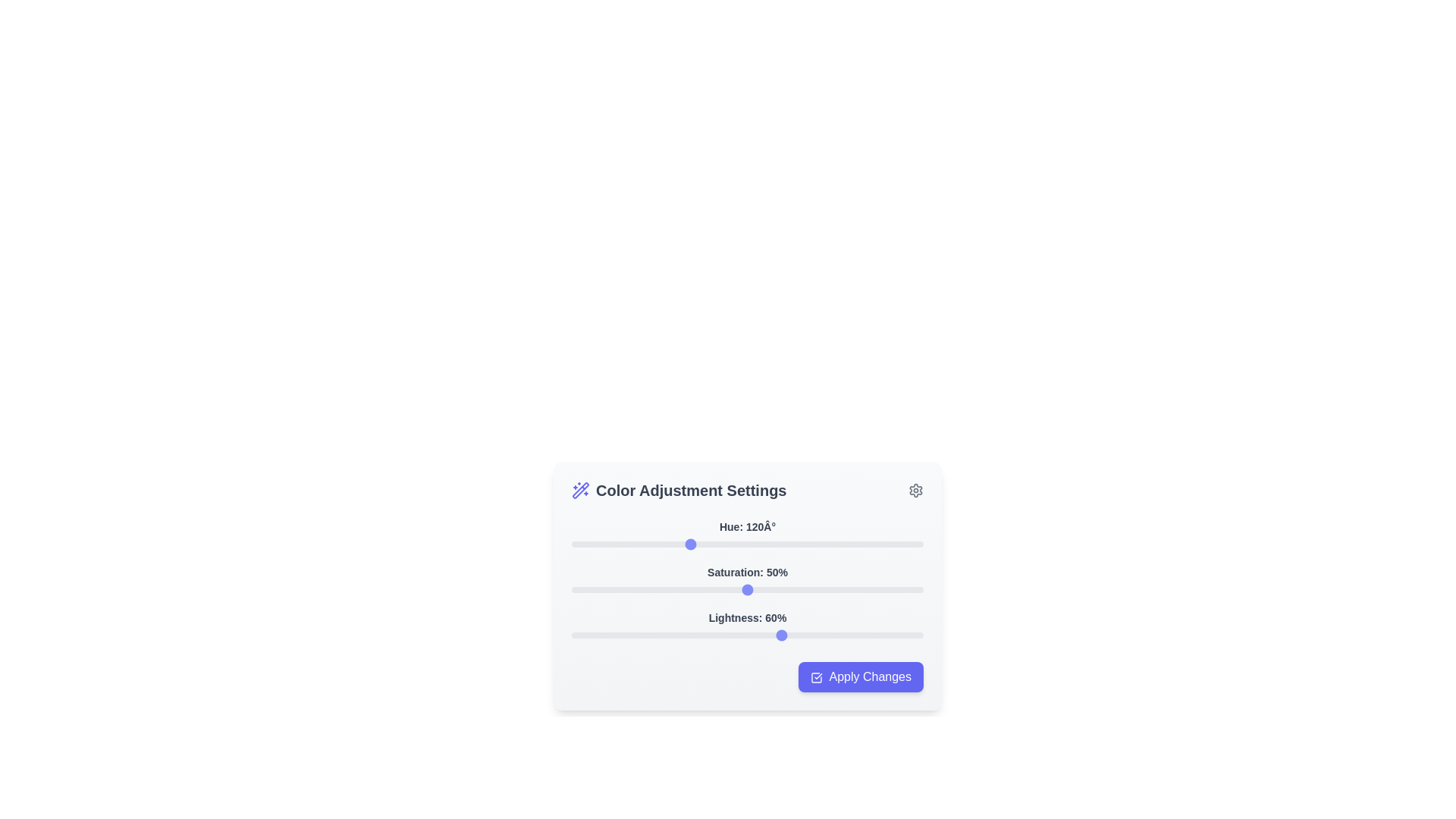 This screenshot has height=819, width=1456. I want to click on the grouped component of three sliders for hue, saturation, and lightness within the 'Color Adjustment Settings' dialog, so click(747, 581).